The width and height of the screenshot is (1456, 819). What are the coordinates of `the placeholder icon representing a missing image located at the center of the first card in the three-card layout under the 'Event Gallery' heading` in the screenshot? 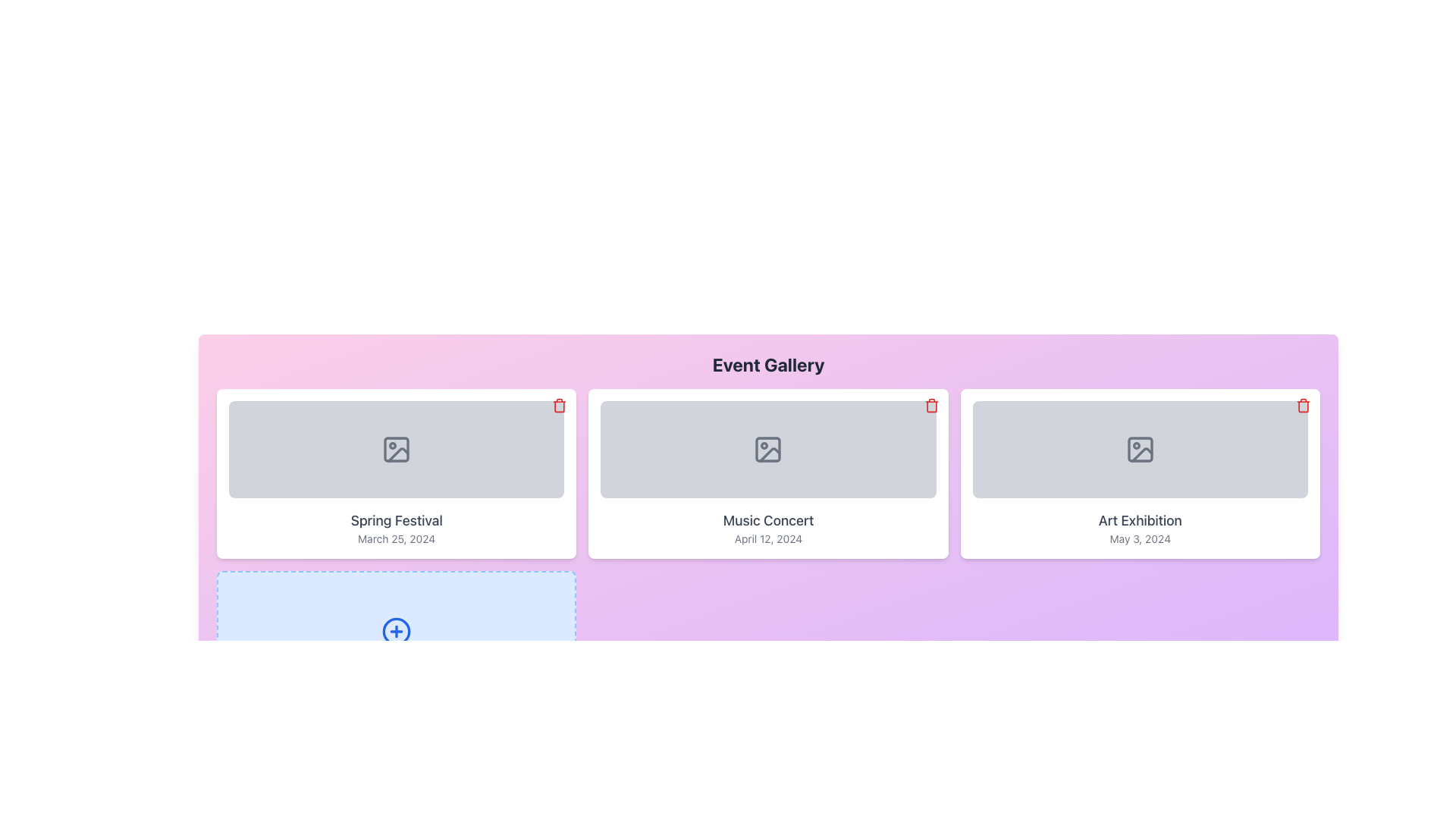 It's located at (397, 449).